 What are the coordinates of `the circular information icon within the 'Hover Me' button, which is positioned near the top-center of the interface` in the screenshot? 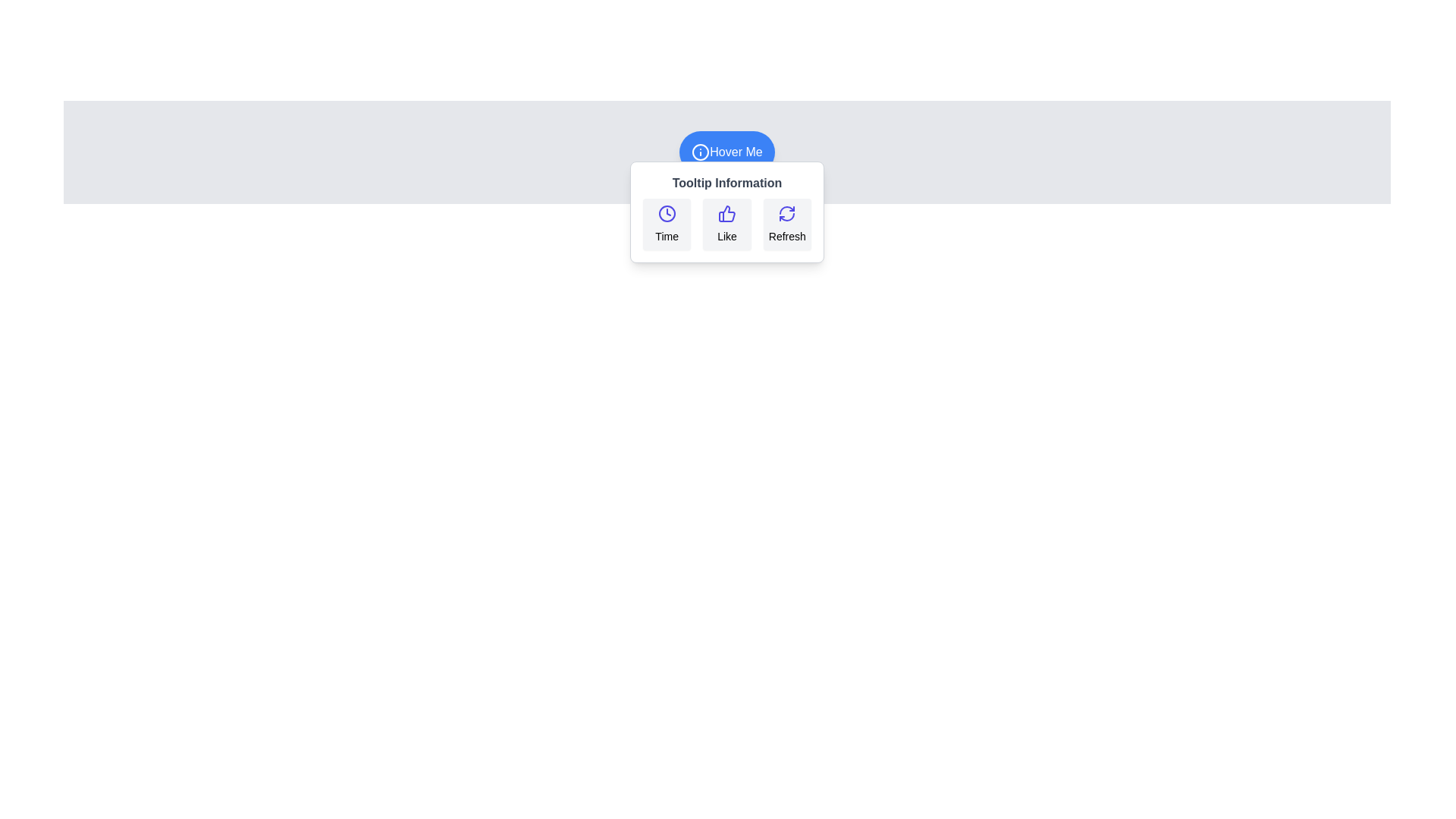 It's located at (700, 152).